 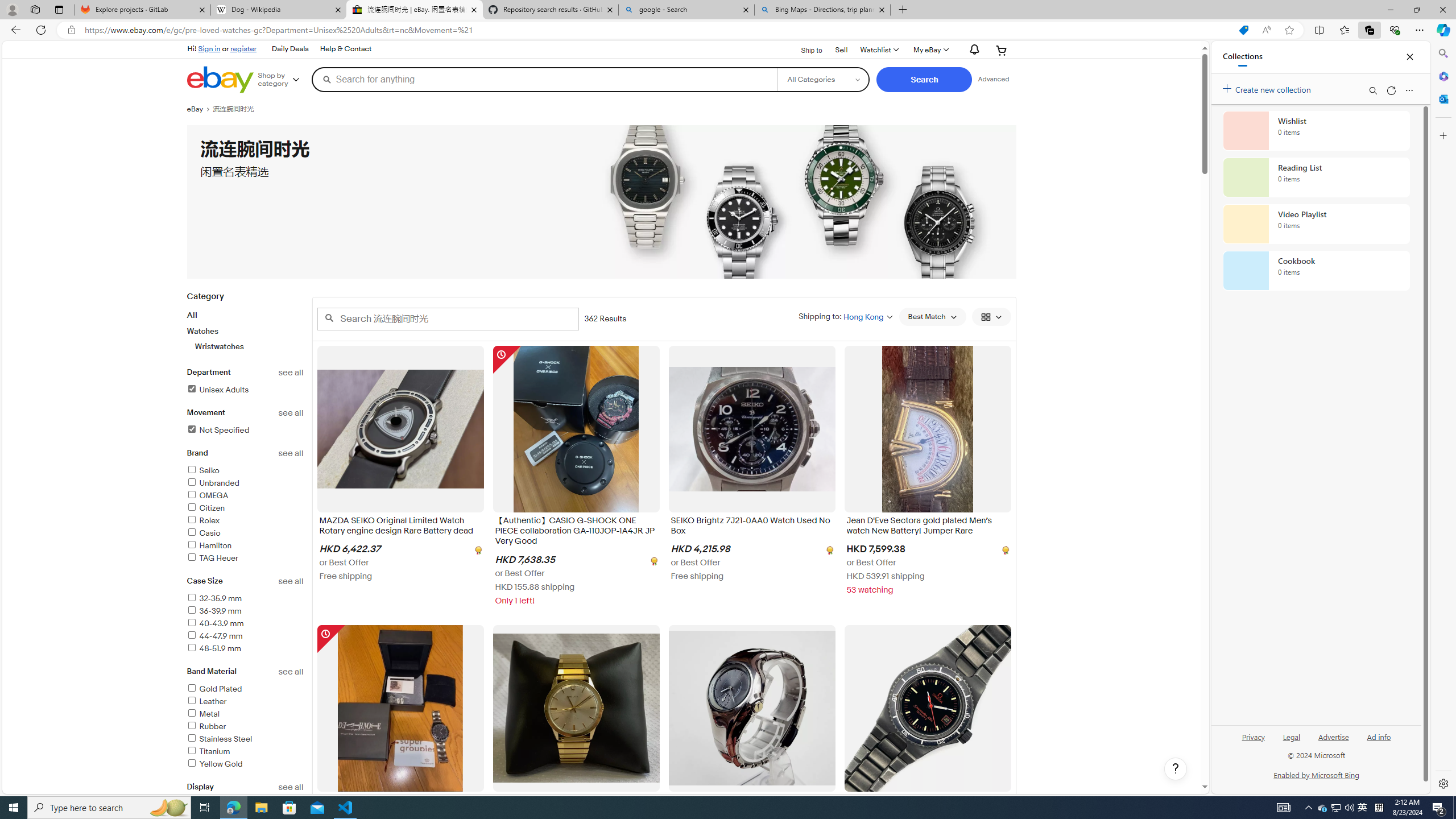 What do you see at coordinates (245, 330) in the screenshot?
I see `'AllWatchesWristwatches'` at bounding box center [245, 330].